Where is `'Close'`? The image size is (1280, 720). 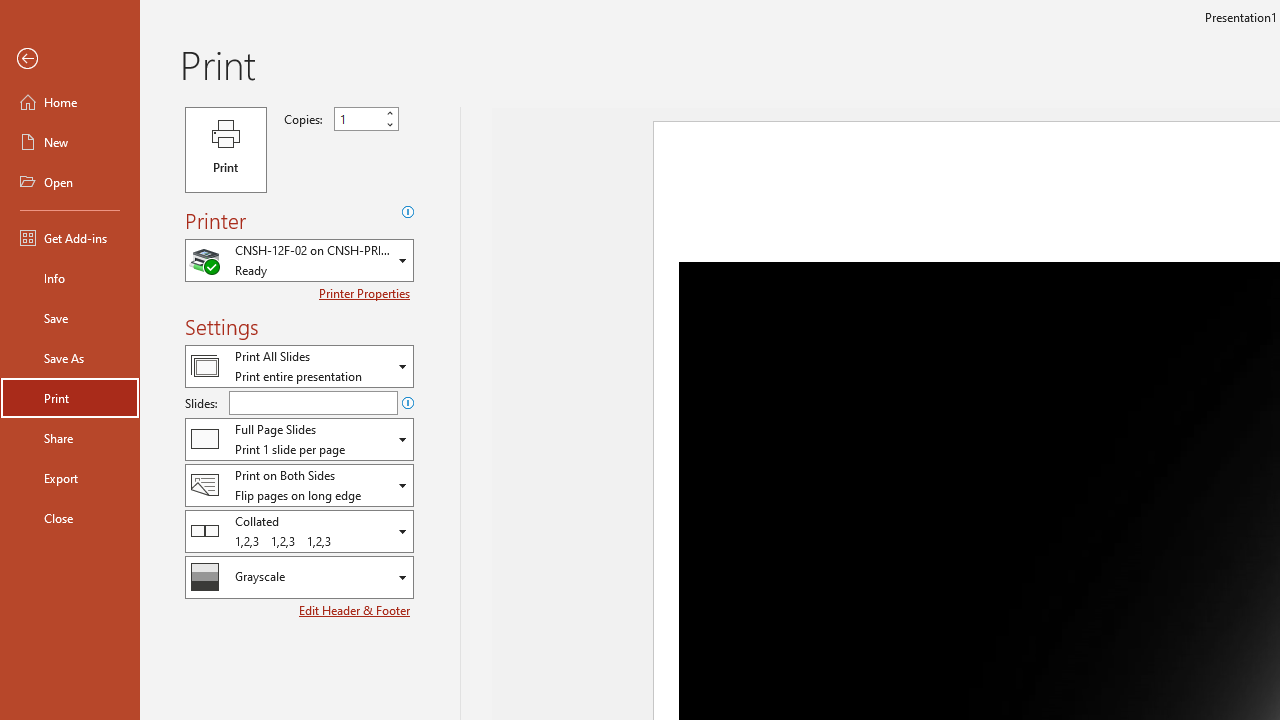
'Close' is located at coordinates (69, 517).